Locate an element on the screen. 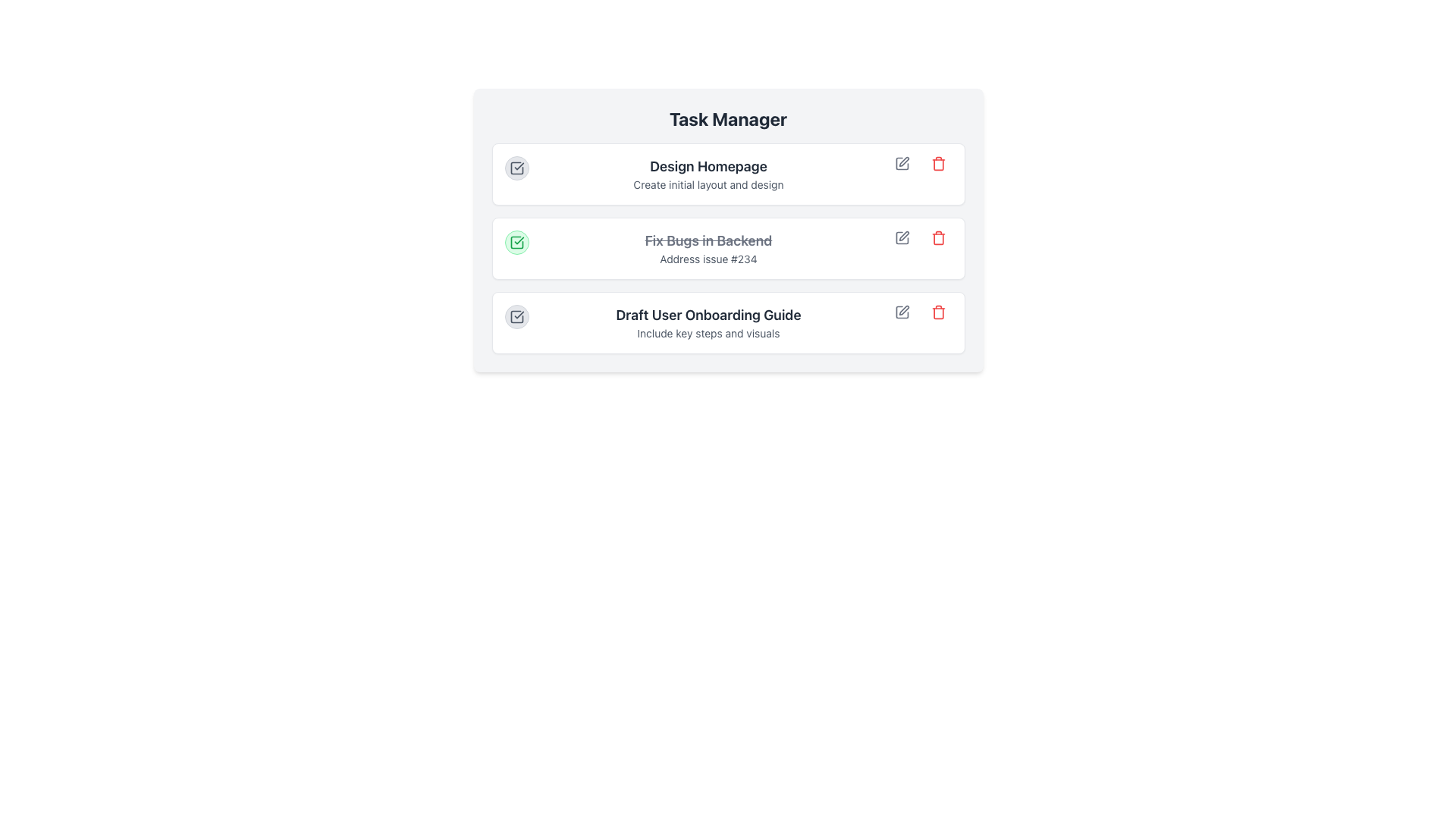 The image size is (1456, 819). the static label or task title text located in the first task row of the task manager interface, which summarizes the task's purpose is located at coordinates (708, 166).